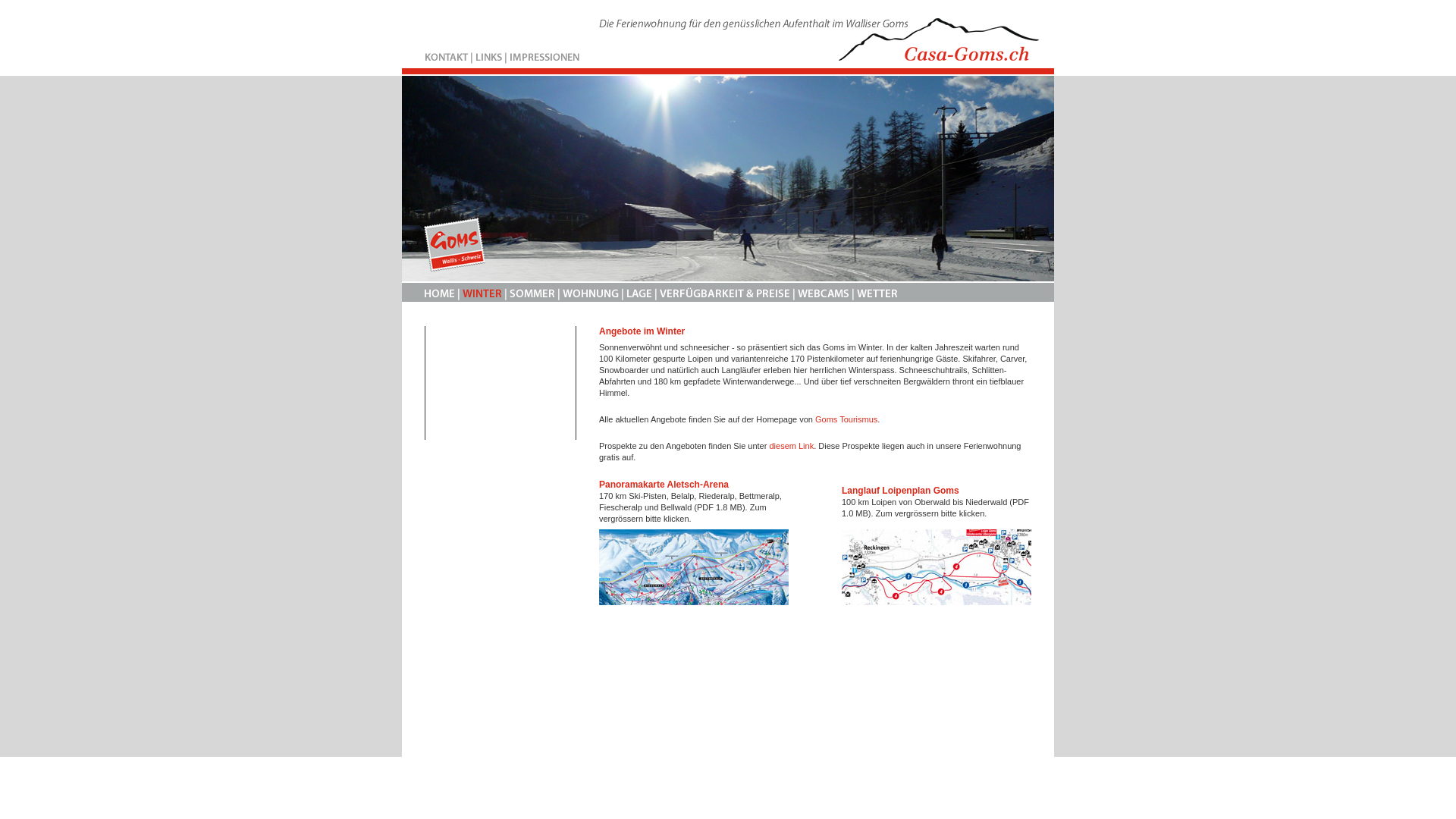 Image resolution: width=1456 pixels, height=819 pixels. I want to click on 'diesem Link', so click(790, 444).